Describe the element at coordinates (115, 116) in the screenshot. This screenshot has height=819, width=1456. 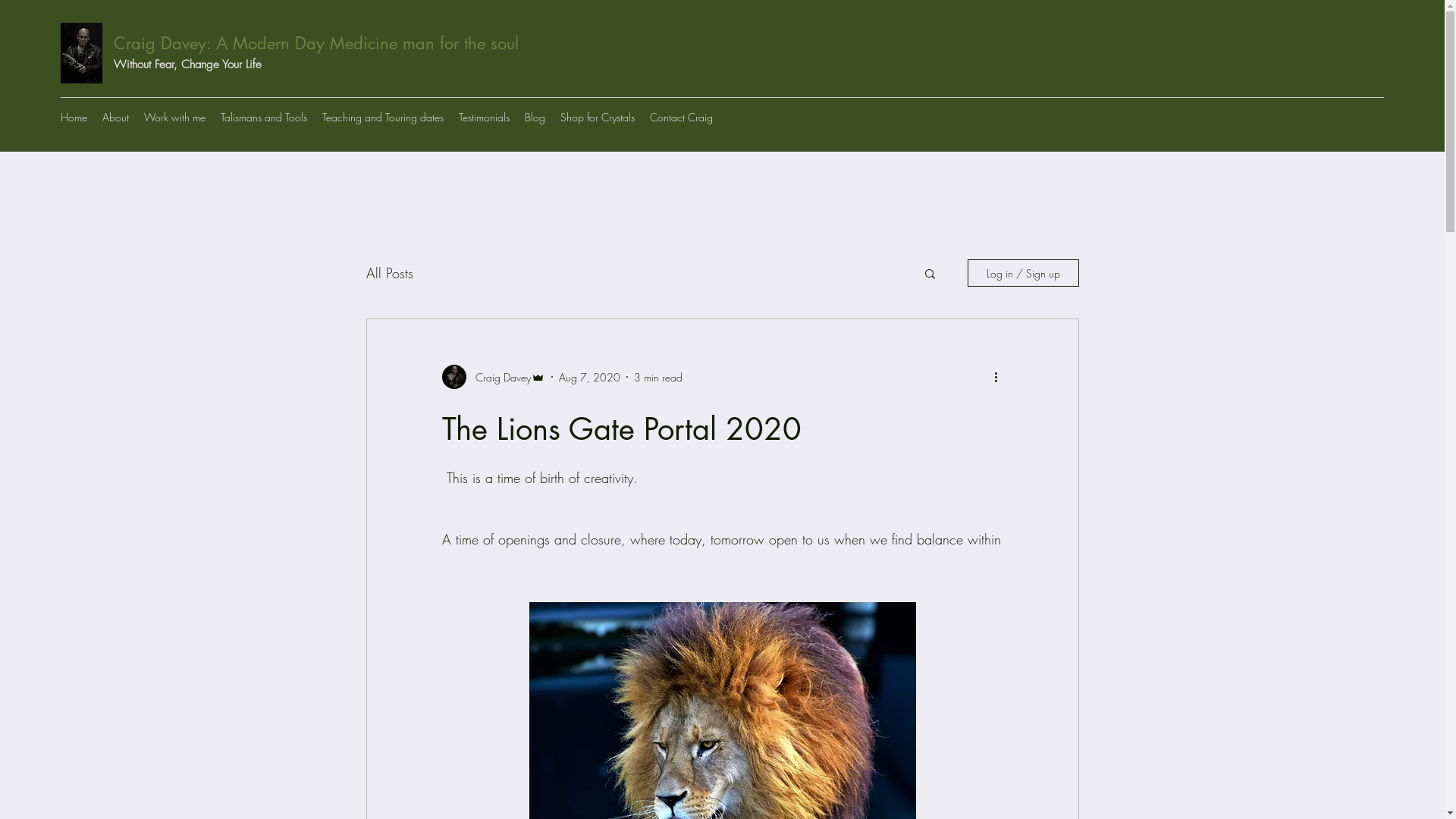
I see `'About'` at that location.